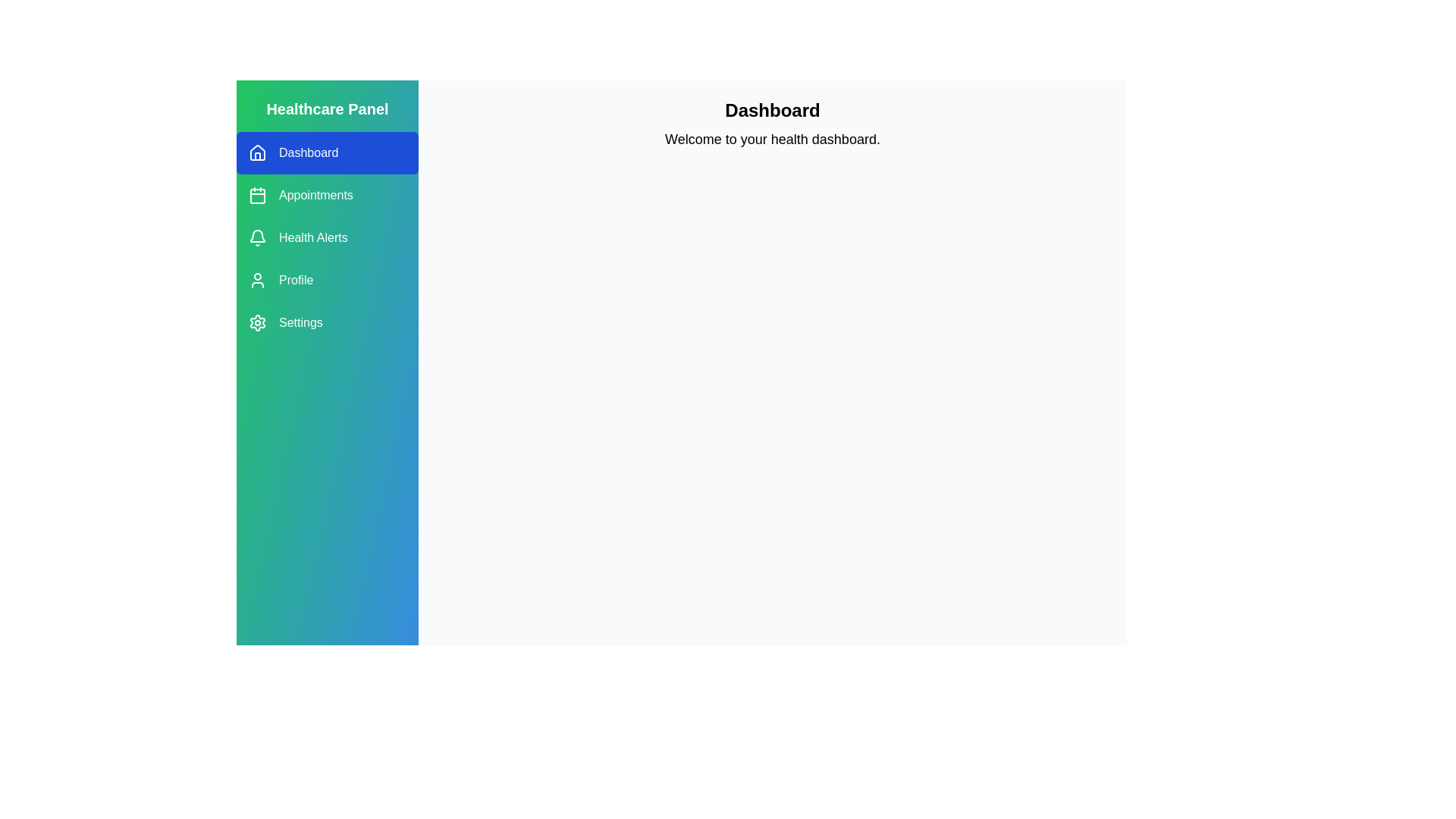 Image resolution: width=1456 pixels, height=819 pixels. What do you see at coordinates (327, 322) in the screenshot?
I see `the 'Settings' button located in the vertical menu` at bounding box center [327, 322].